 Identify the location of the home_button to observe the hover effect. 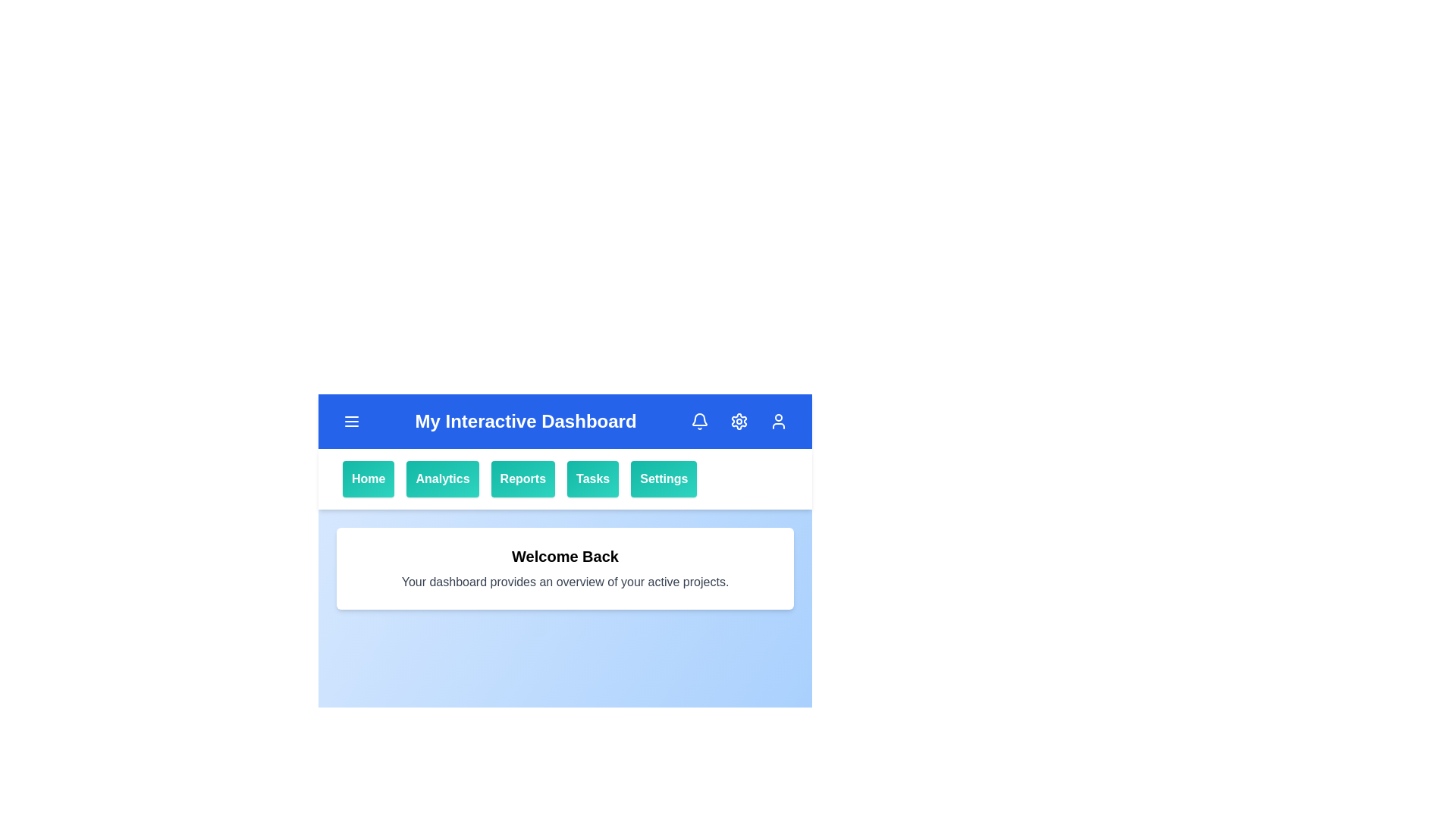
(368, 479).